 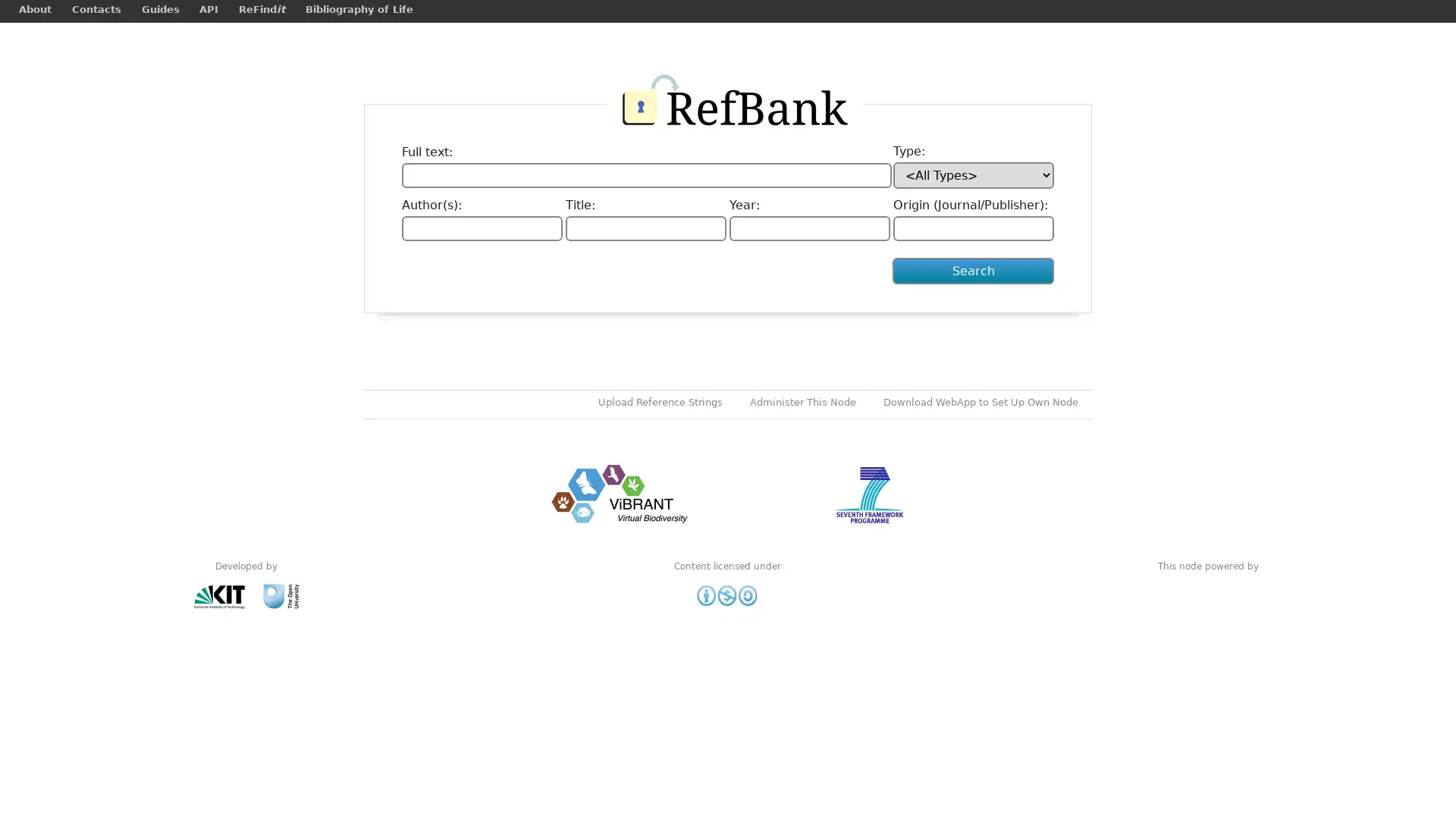 I want to click on Search, so click(x=973, y=283).